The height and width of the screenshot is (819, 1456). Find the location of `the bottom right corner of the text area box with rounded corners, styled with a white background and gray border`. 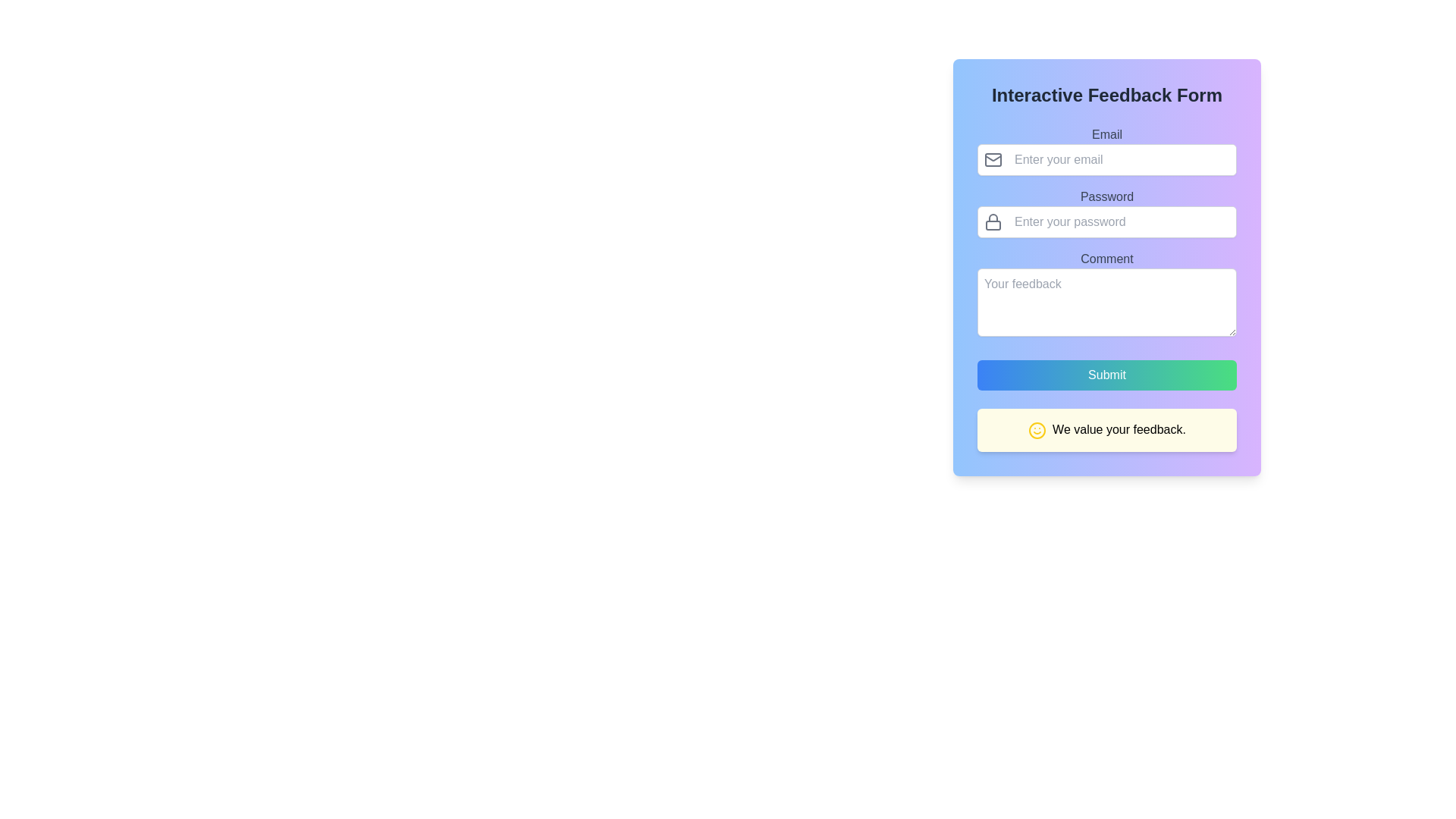

the bottom right corner of the text area box with rounded corners, styled with a white background and gray border is located at coordinates (1106, 302).